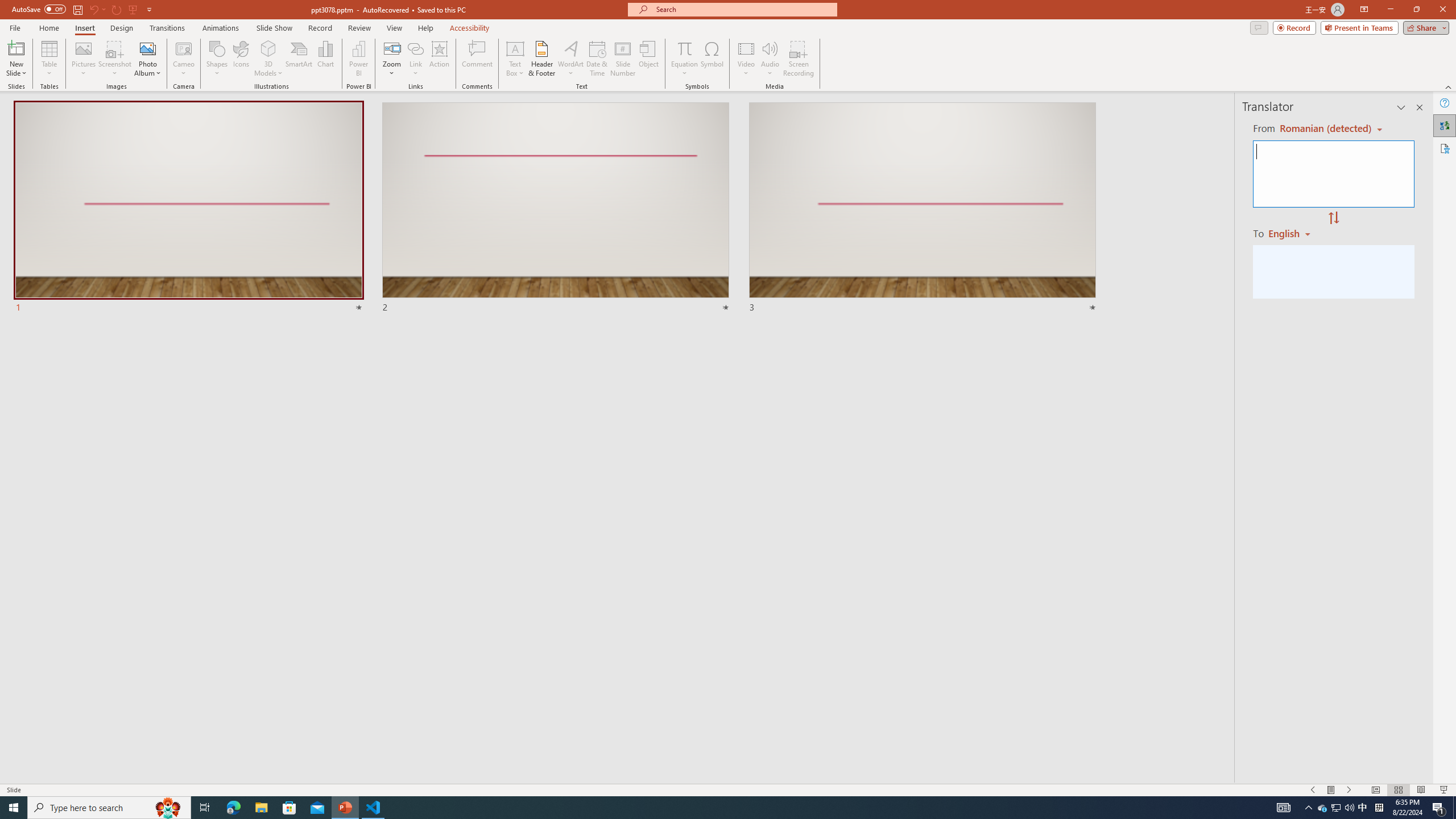  I want to click on 'Date & Time...', so click(596, 59).